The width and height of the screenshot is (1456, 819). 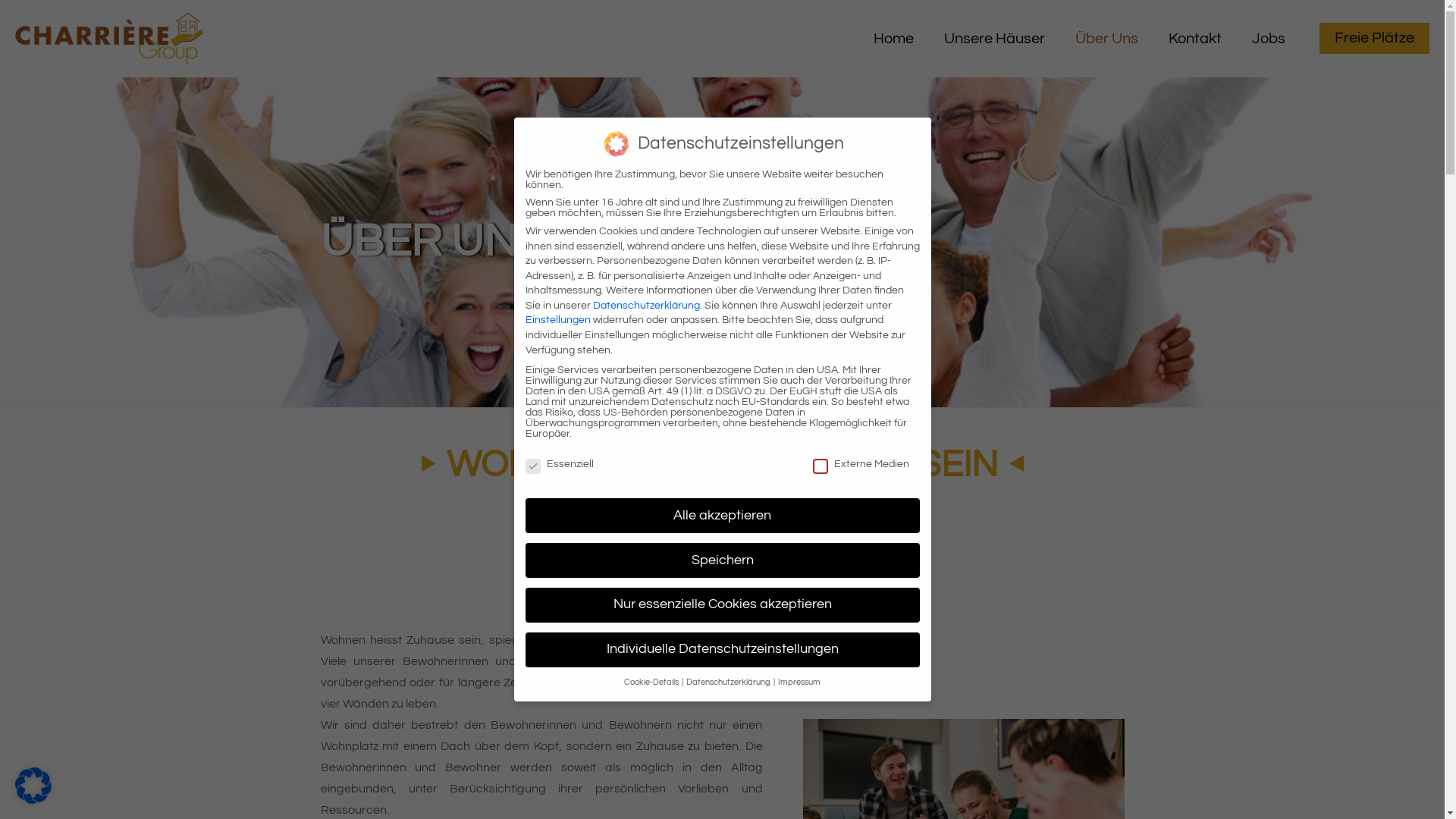 I want to click on 'Alle akzeptieren', so click(x=720, y=514).